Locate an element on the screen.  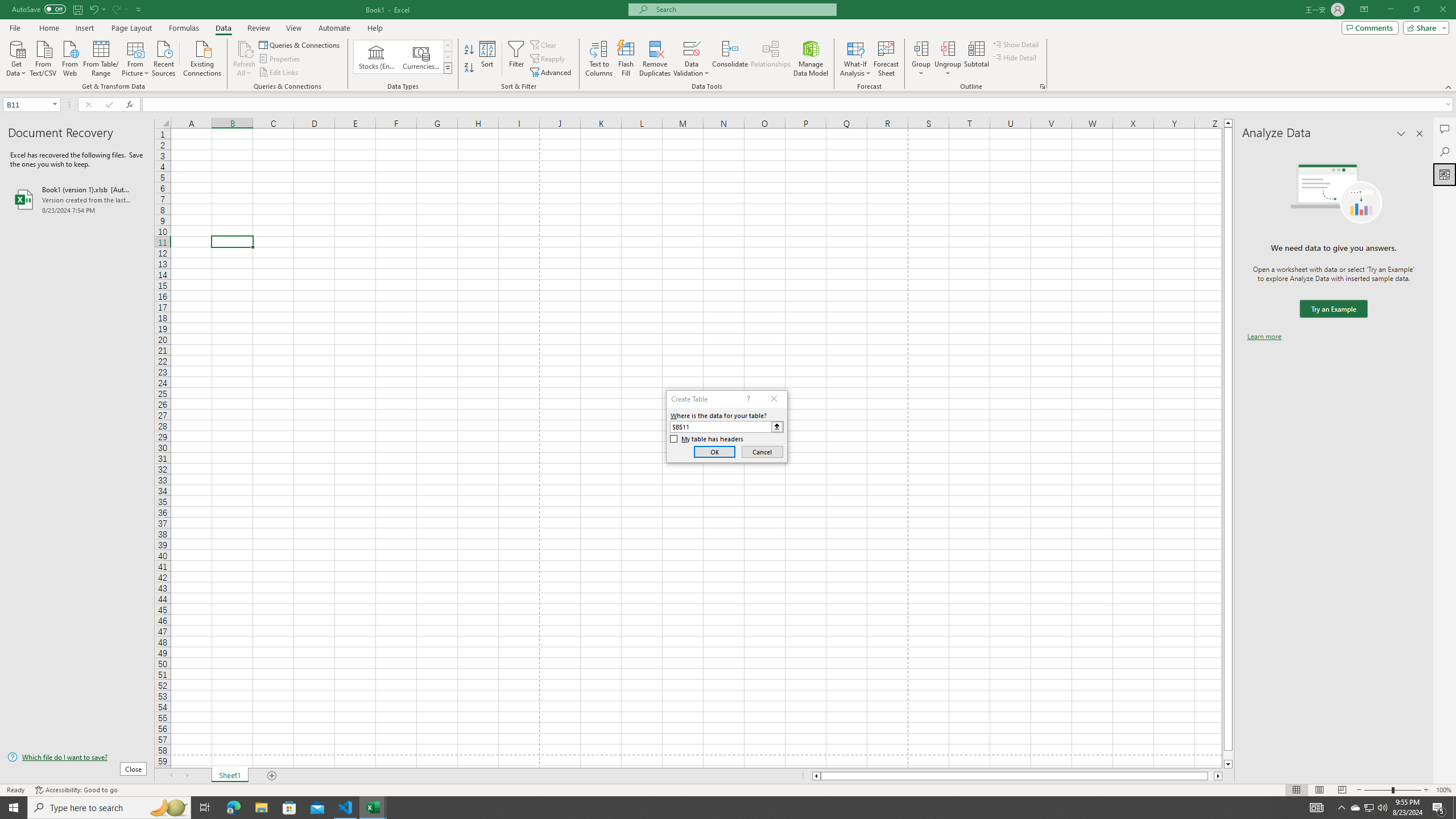
'From Picture' is located at coordinates (136, 57).